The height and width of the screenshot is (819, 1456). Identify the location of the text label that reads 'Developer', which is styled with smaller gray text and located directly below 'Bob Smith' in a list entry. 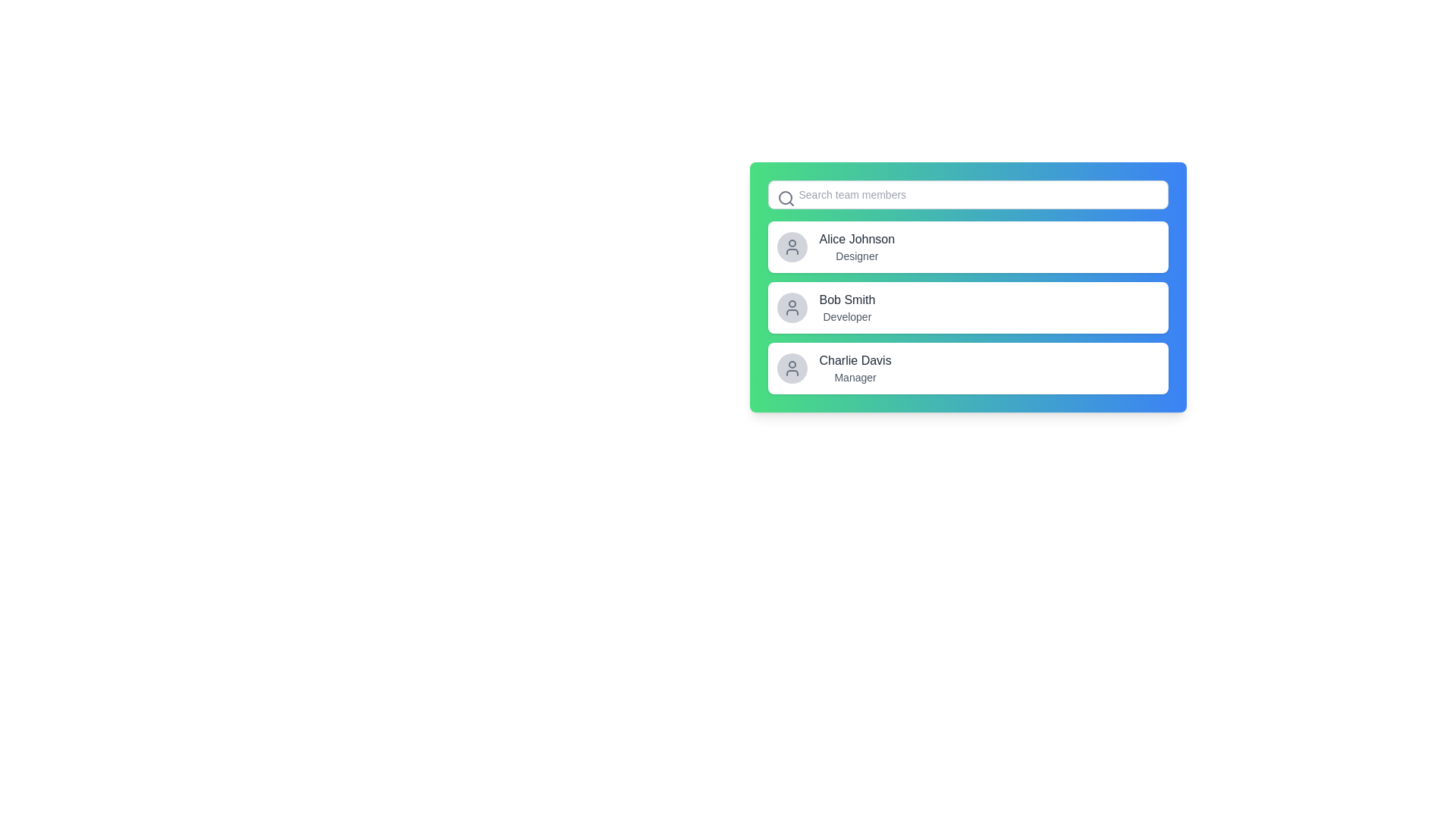
(846, 315).